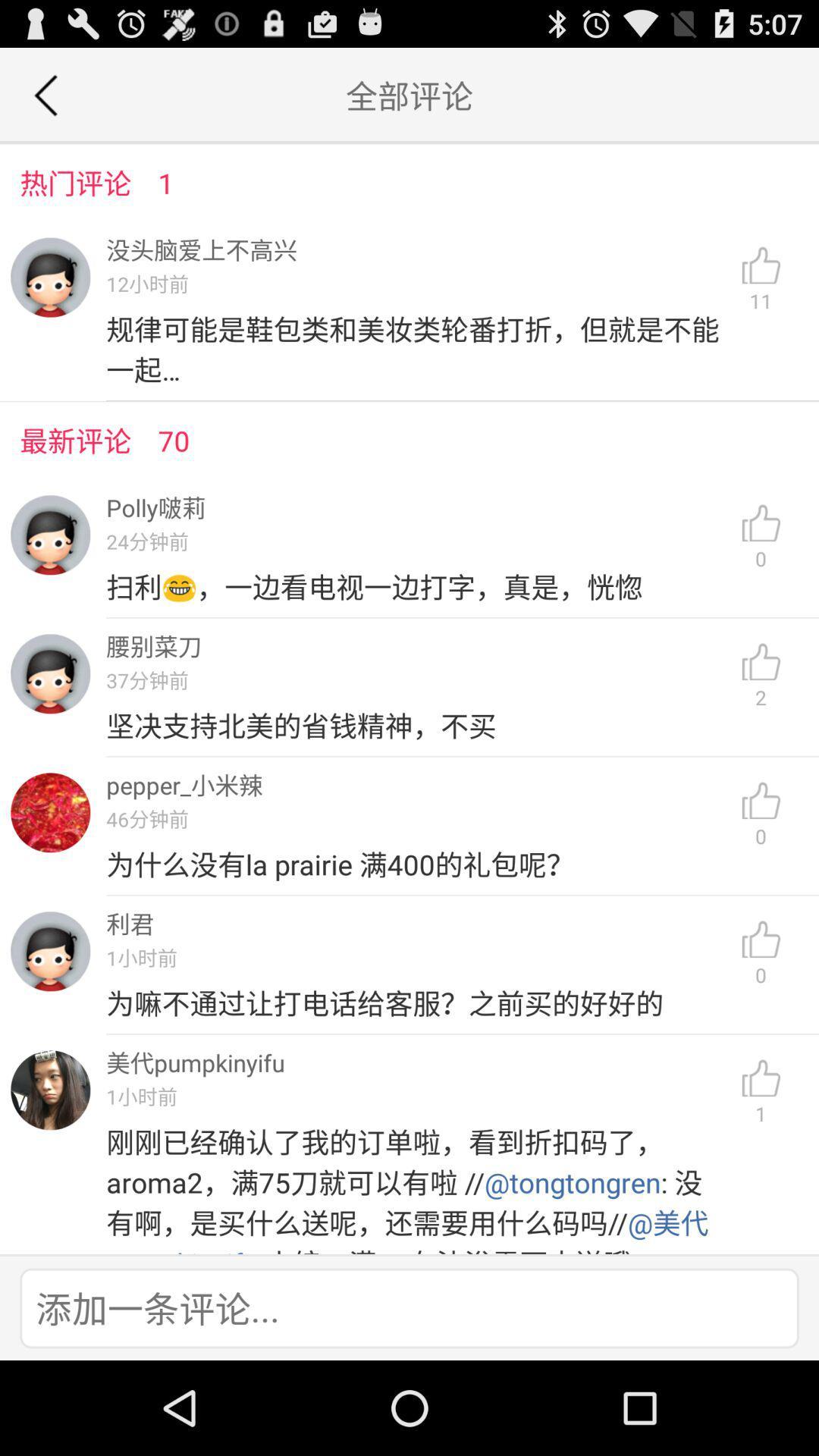 This screenshot has width=819, height=1456. I want to click on the icon next to the 11 icon, so click(417, 348).